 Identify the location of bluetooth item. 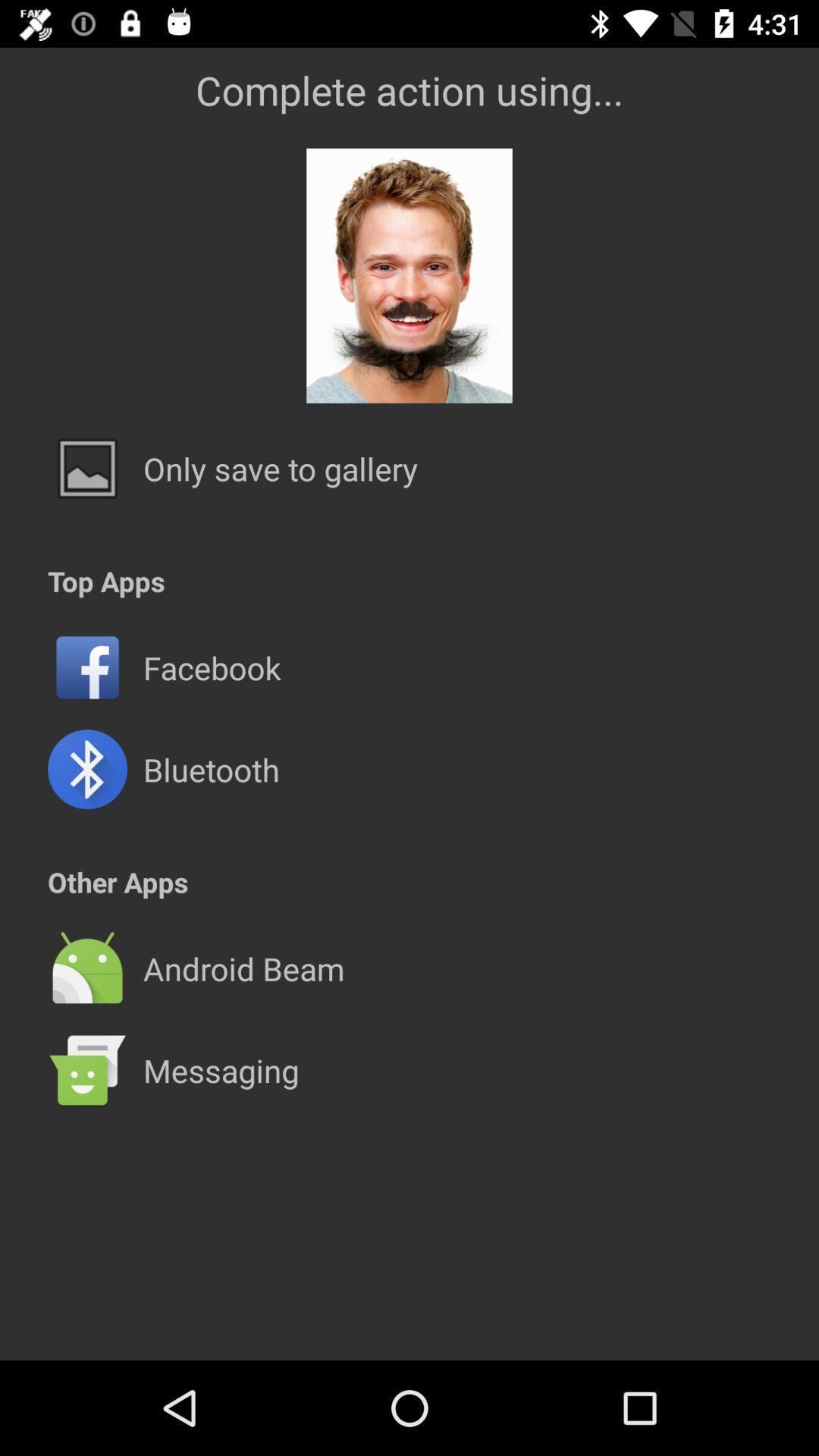
(211, 769).